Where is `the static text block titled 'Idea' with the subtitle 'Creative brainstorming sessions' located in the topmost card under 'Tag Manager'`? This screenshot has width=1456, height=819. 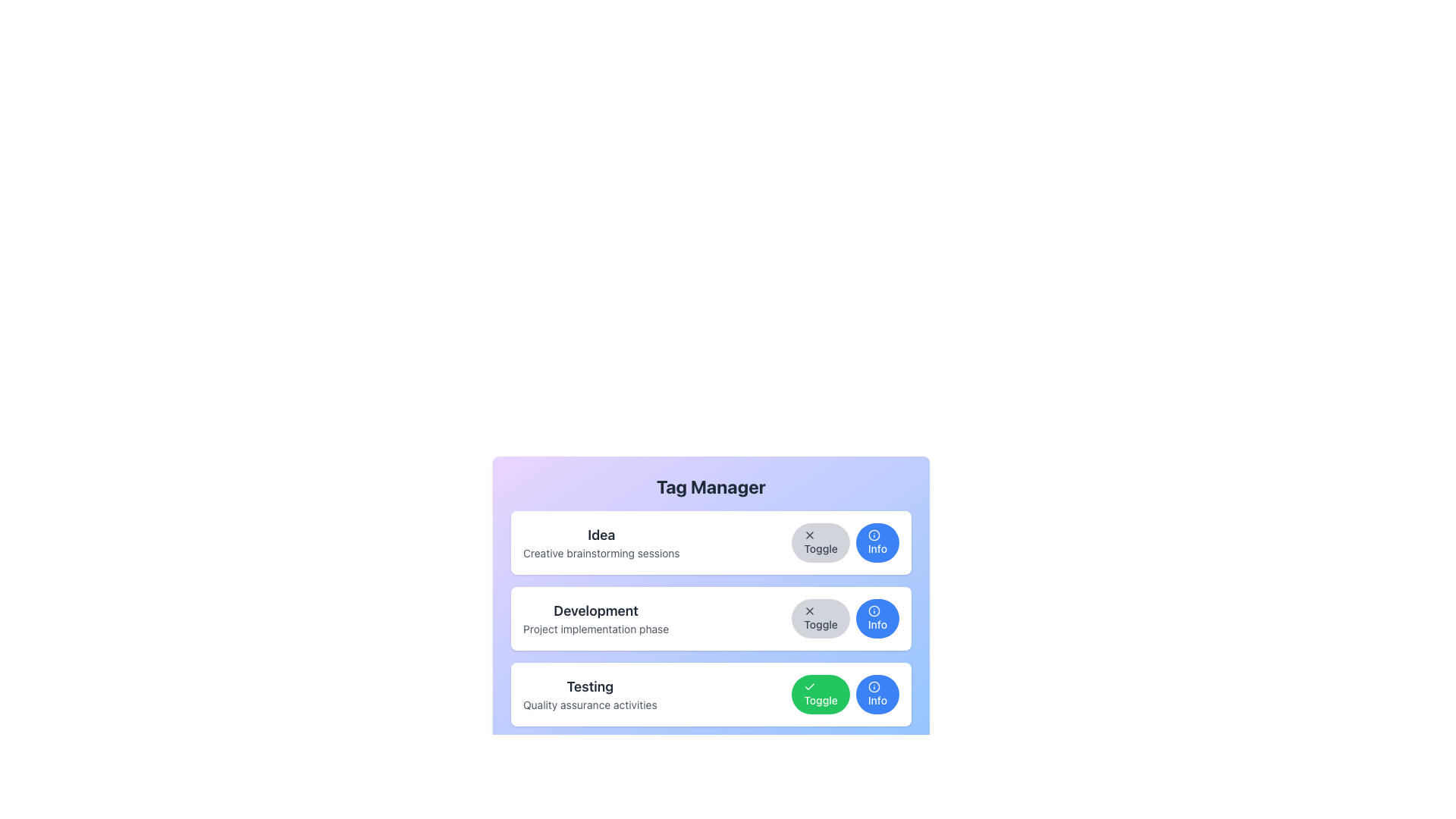
the static text block titled 'Idea' with the subtitle 'Creative brainstorming sessions' located in the topmost card under 'Tag Manager' is located at coordinates (601, 542).